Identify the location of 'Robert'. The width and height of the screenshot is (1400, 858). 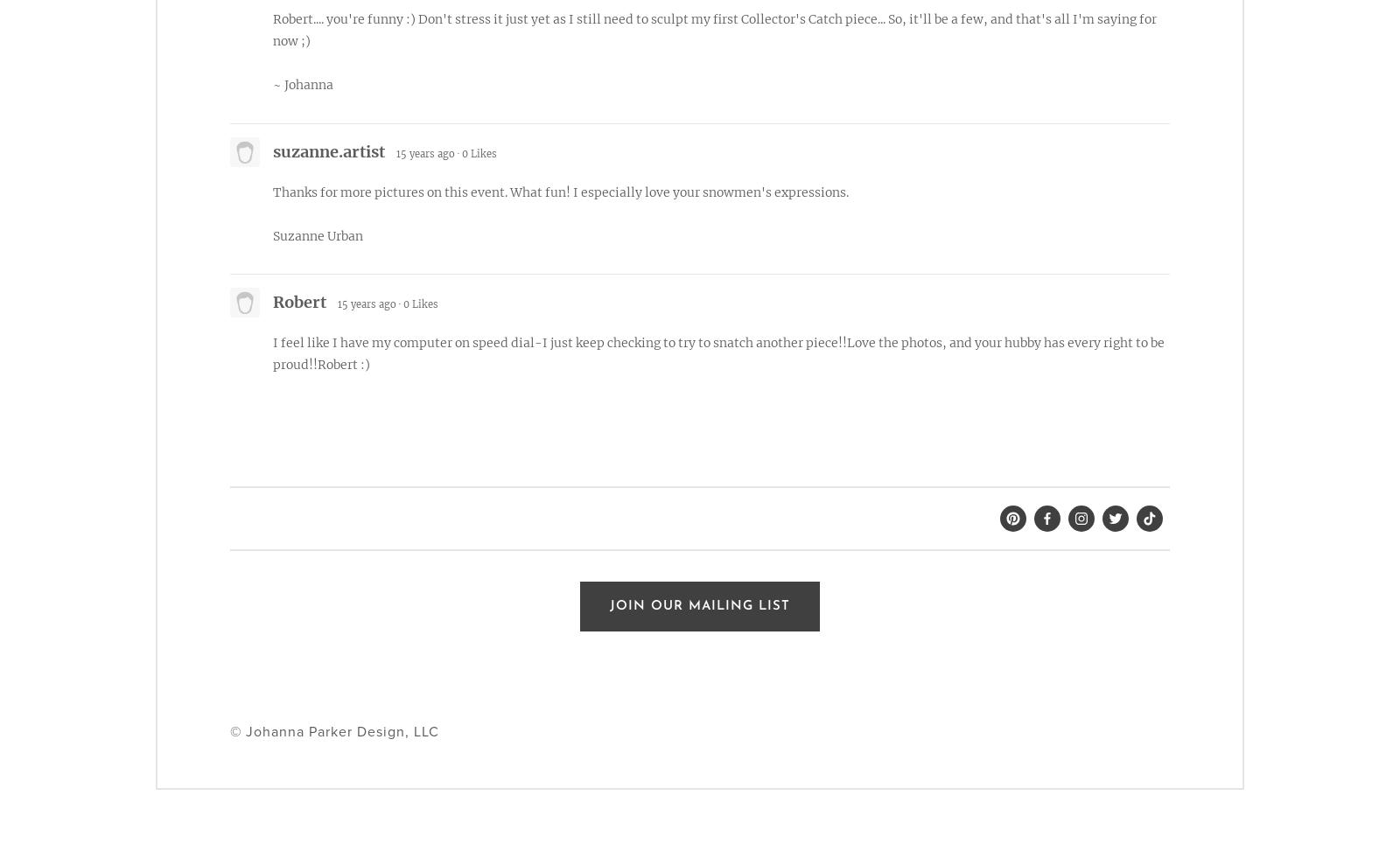
(299, 301).